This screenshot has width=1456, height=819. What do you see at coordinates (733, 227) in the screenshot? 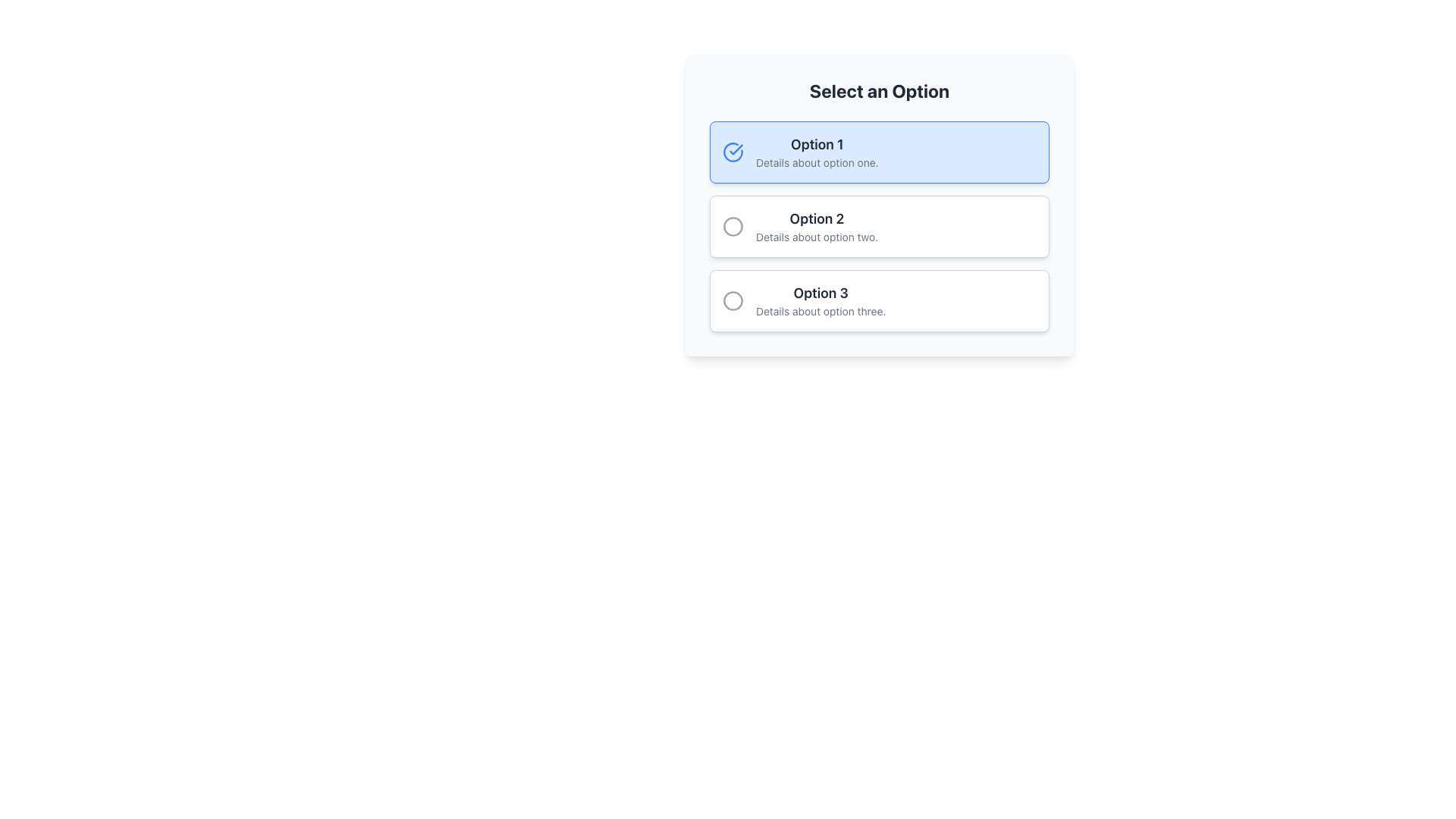
I see `the circular SVG graphic element that represents the second option ('Option 2') in the list of three selectable options` at bounding box center [733, 227].